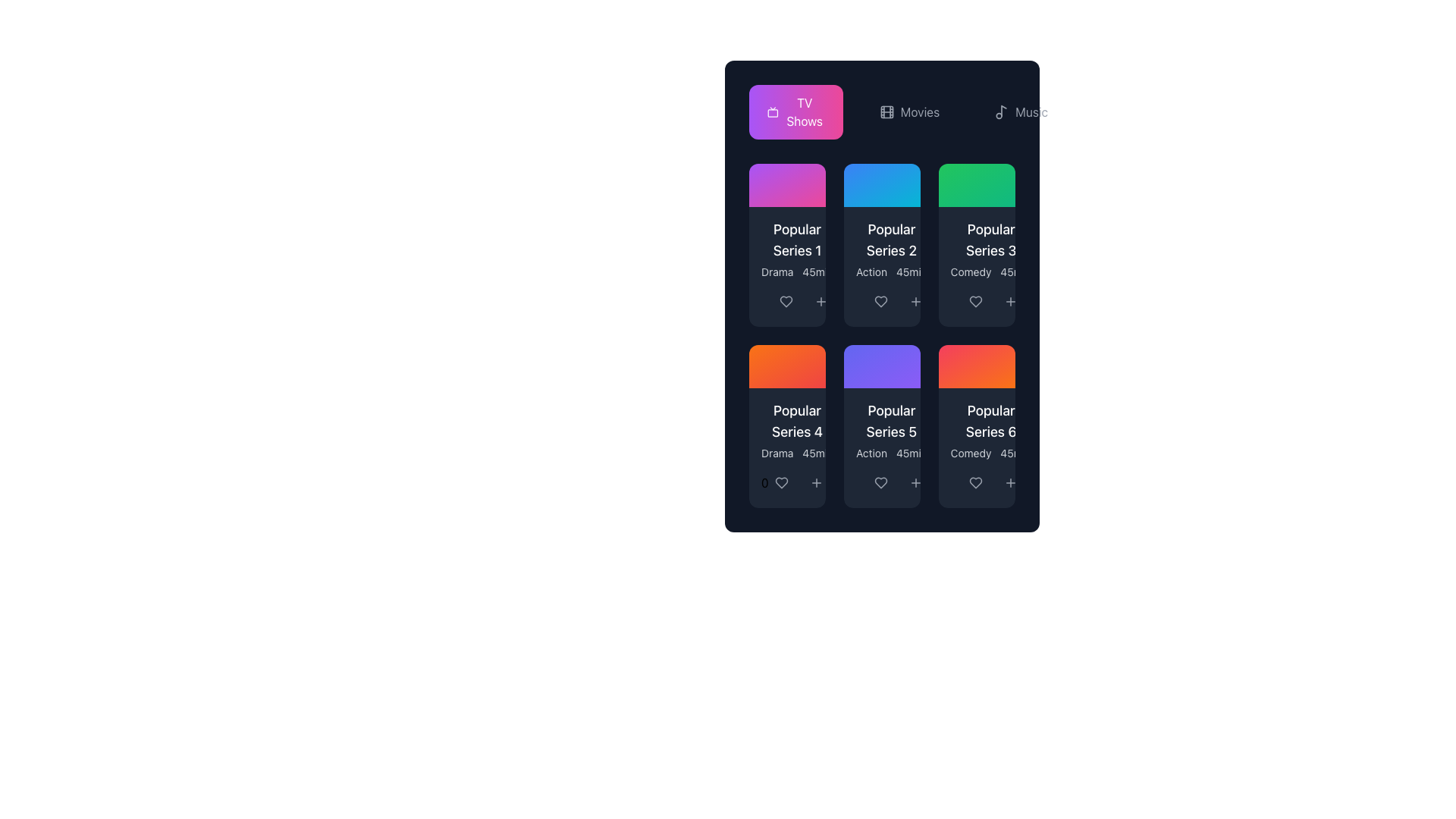 This screenshot has height=819, width=1456. I want to click on the plus icon located on the last card in the grid layout at the bottom-left, so click(814, 482).